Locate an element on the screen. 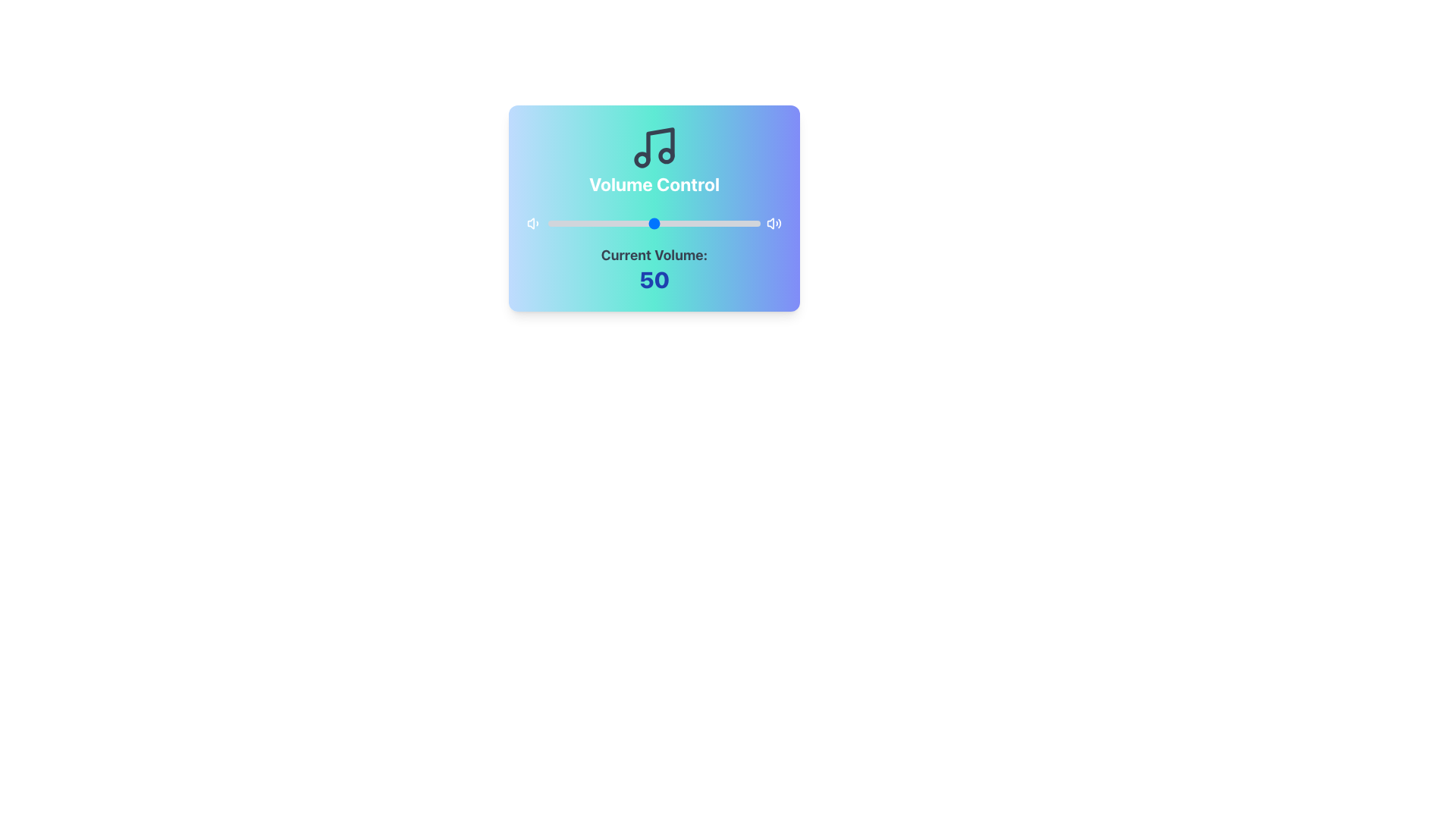  the slider is located at coordinates (622, 223).